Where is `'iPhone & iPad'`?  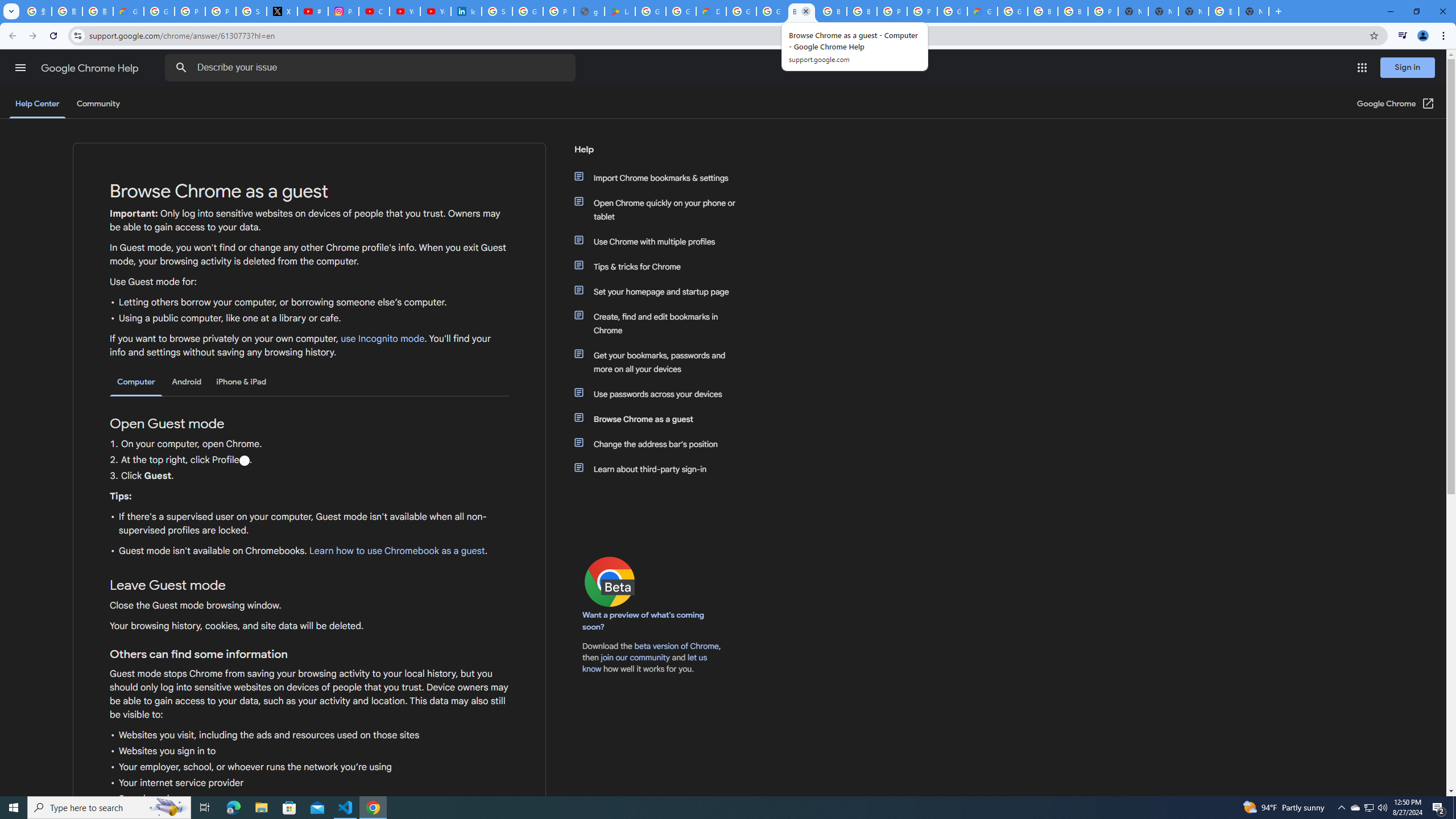
'iPhone & iPad' is located at coordinates (241, 381).